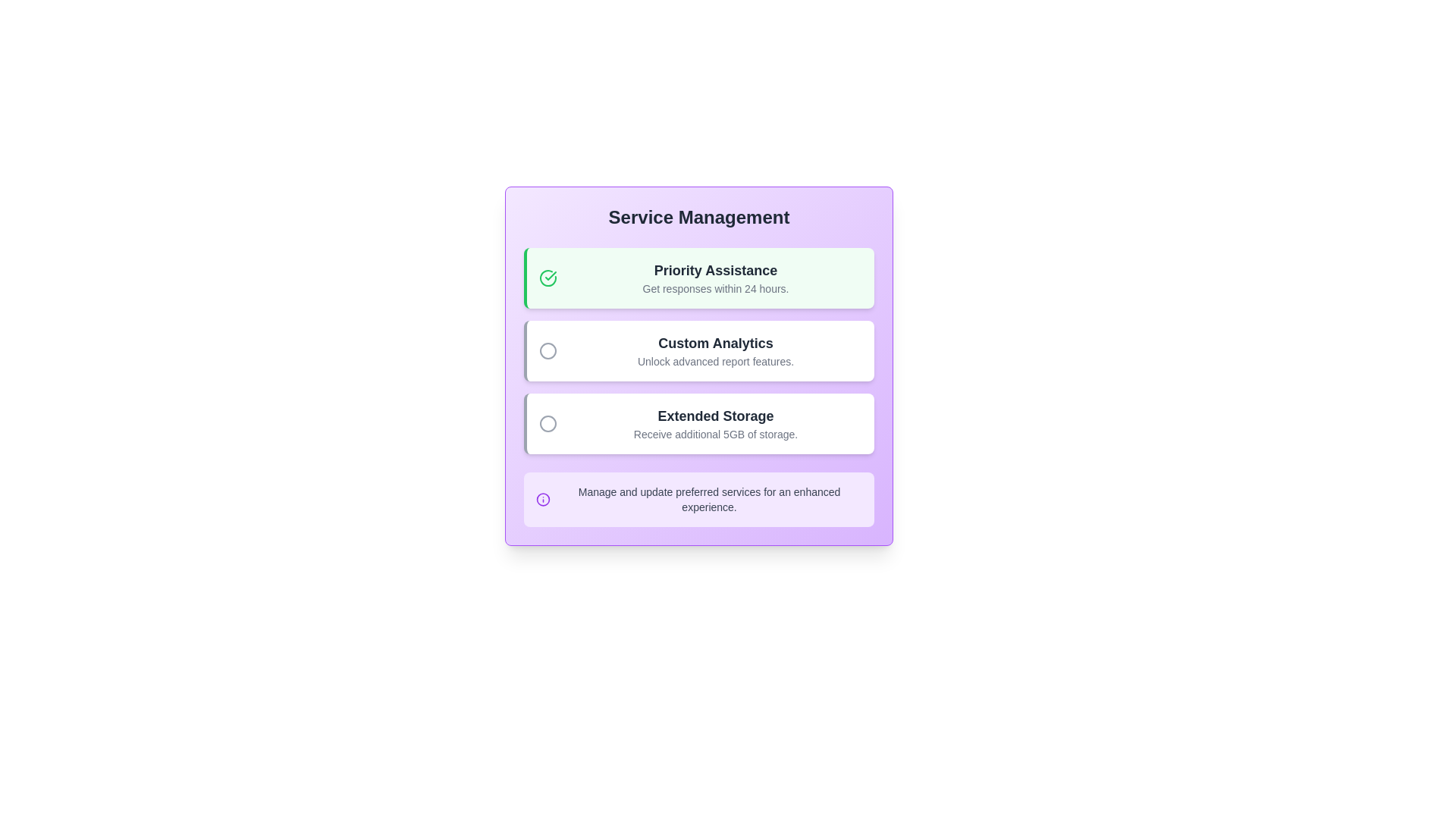 This screenshot has height=819, width=1456. What do you see at coordinates (715, 278) in the screenshot?
I see `the descriptive text element that communicates the benefit of 'Priority Assistance' with a response time of 24 hours, located in the first row of a multi-row list within the purple panel titled 'Service Management'` at bounding box center [715, 278].